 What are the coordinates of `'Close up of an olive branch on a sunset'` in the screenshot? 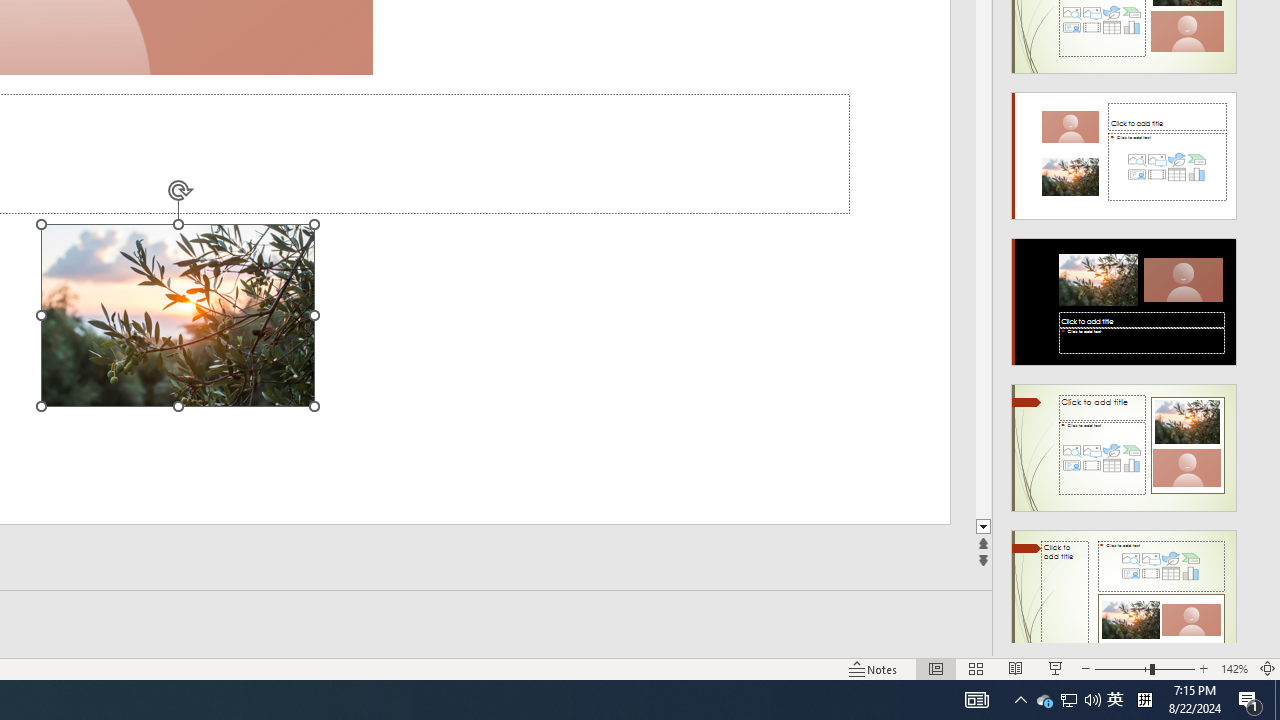 It's located at (177, 315).